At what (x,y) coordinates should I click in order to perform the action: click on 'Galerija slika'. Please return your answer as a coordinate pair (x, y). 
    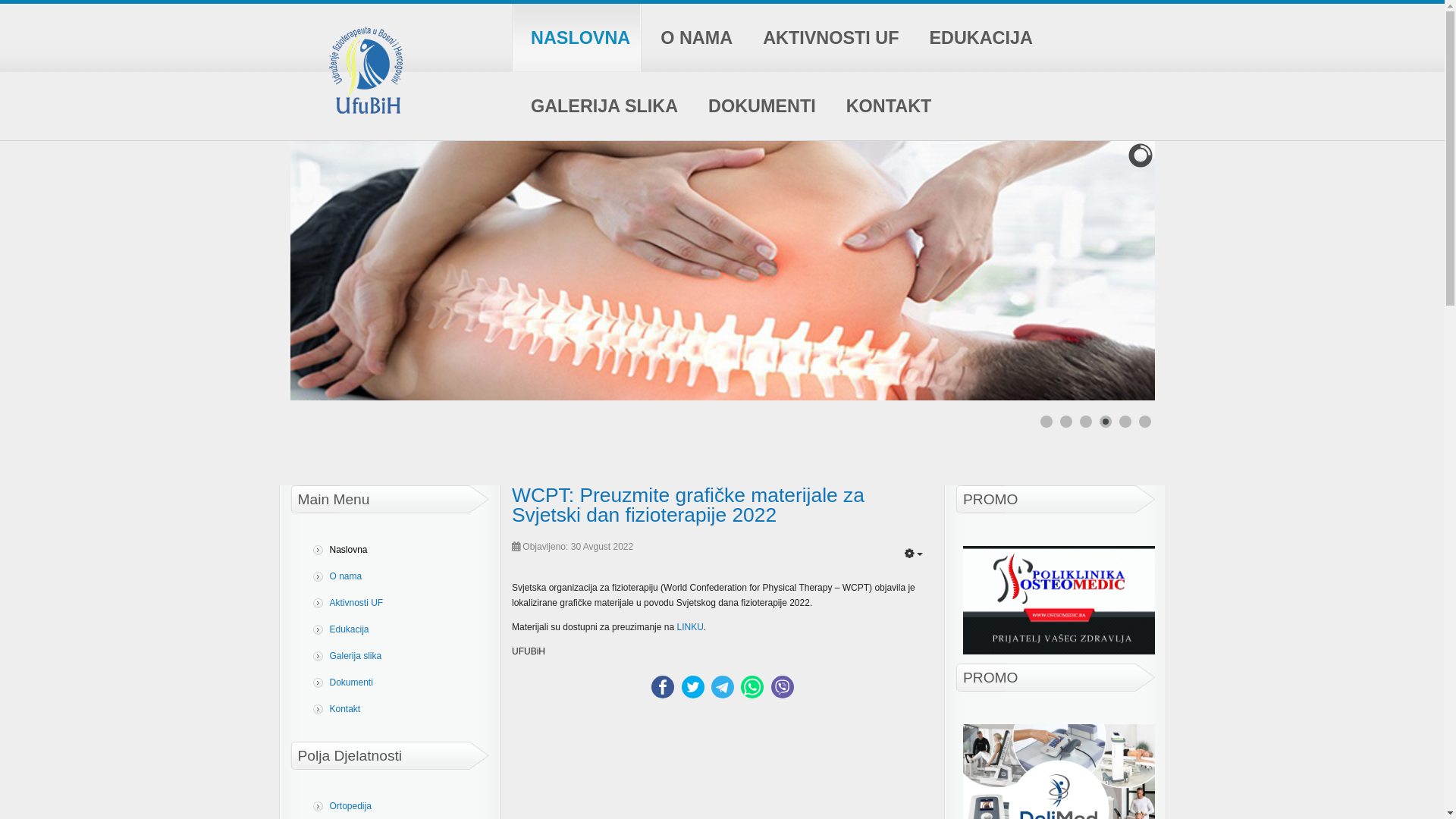
    Looking at the image, I should click on (393, 655).